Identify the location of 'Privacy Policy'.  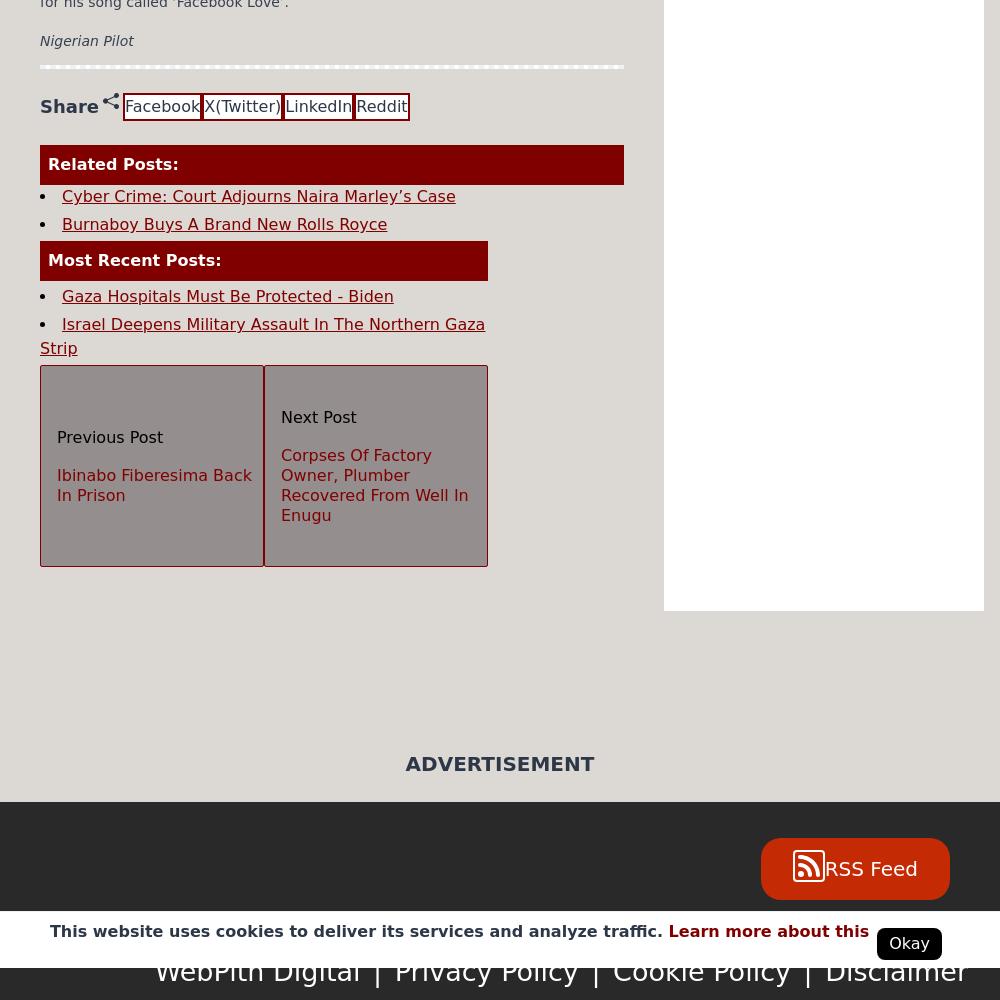
(394, 969).